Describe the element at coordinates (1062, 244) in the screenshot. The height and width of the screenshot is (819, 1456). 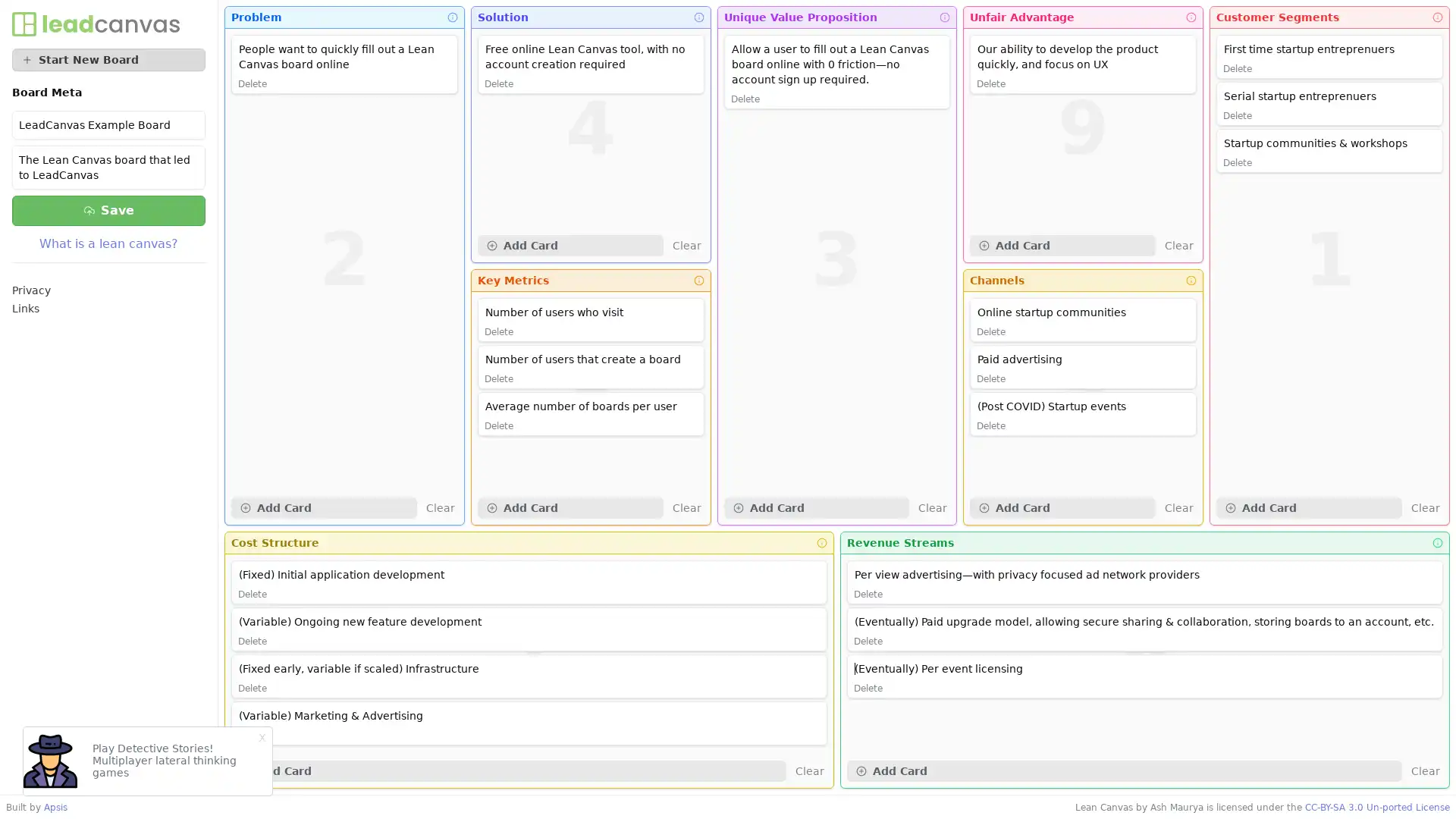
I see `Add Card` at that location.